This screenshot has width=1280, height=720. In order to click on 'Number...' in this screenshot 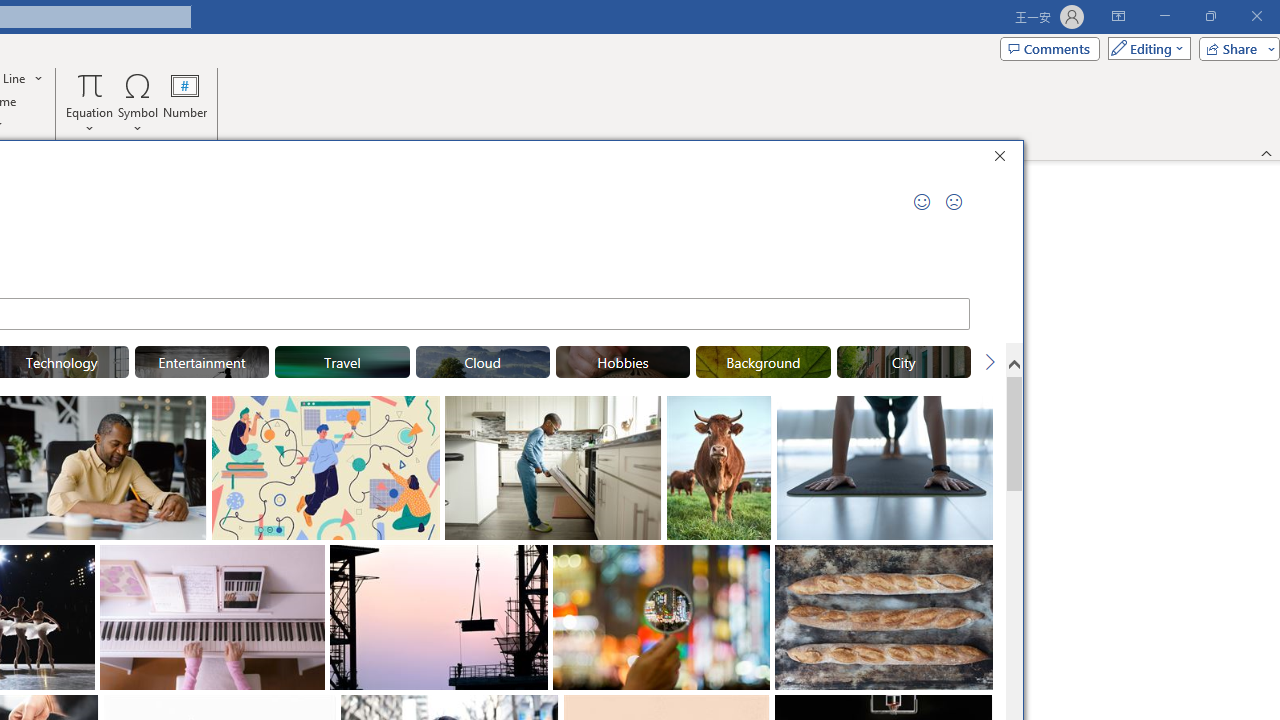, I will do `click(185, 103)`.